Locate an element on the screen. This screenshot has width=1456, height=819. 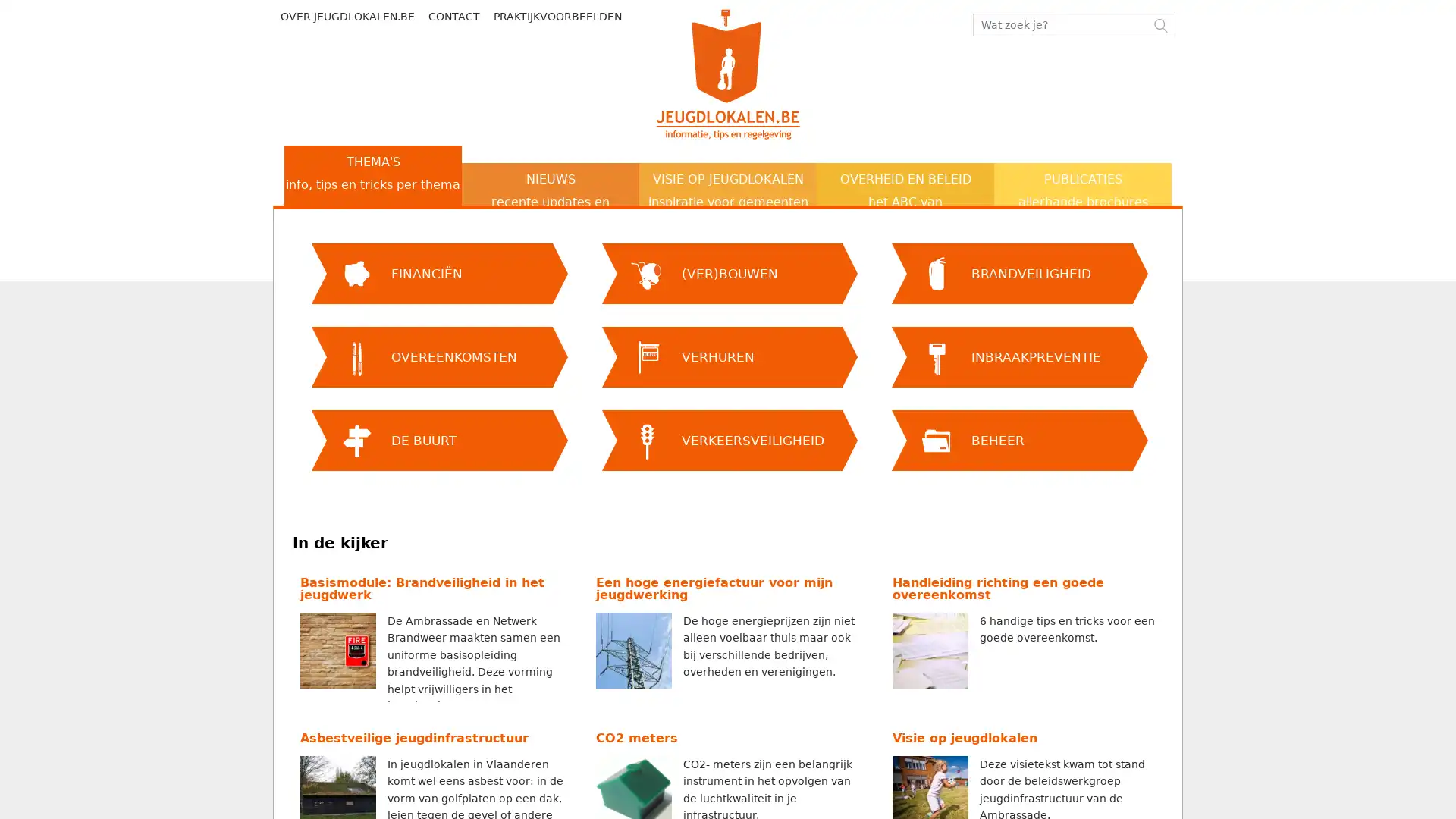
Toepassen is located at coordinates (295, 216).